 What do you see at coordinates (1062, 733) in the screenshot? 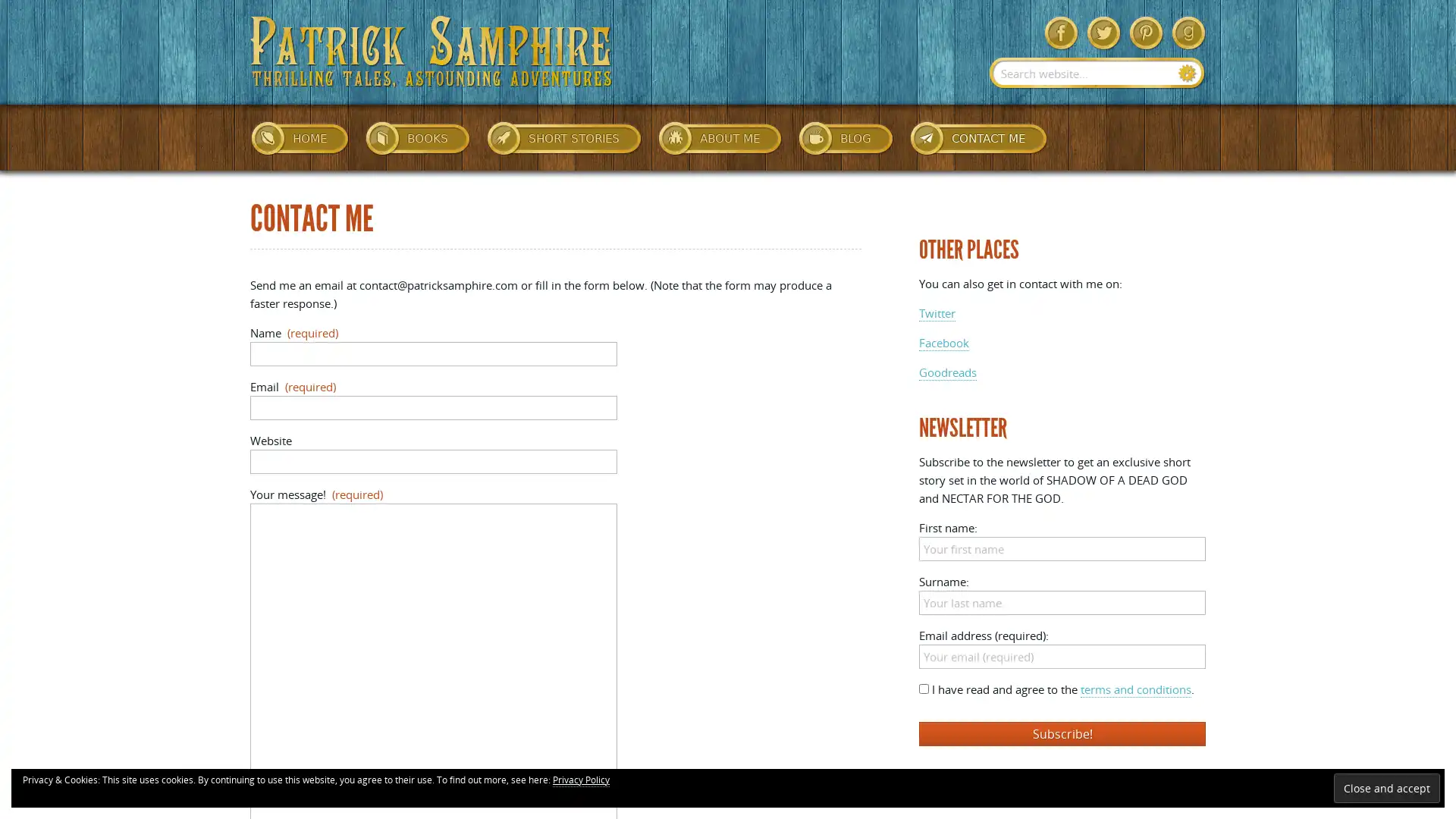
I see `Subscribe!` at bounding box center [1062, 733].